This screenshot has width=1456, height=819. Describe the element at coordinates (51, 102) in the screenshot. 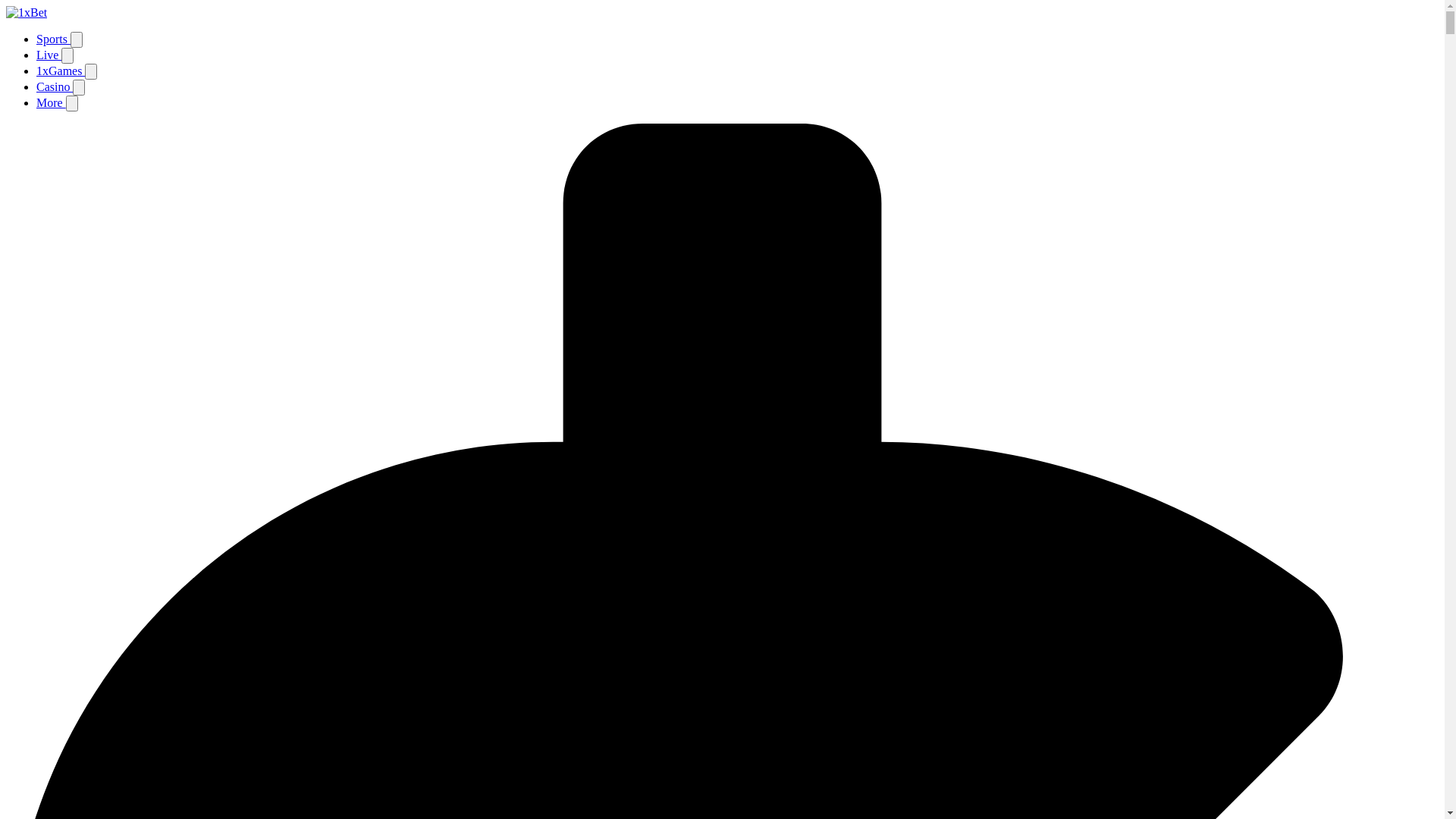

I see `'More'` at that location.